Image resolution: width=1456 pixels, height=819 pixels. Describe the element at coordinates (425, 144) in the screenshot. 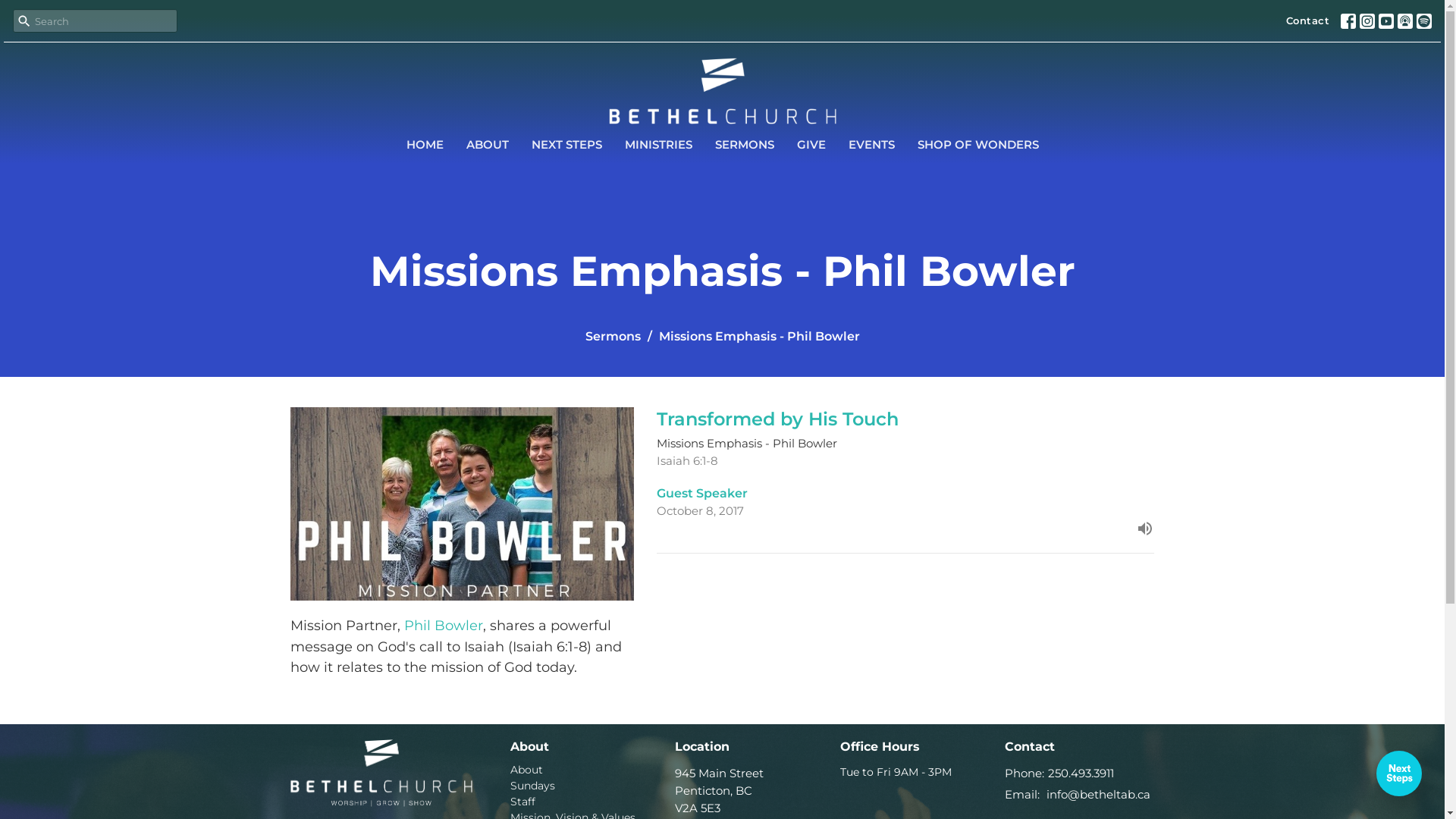

I see `'HOME'` at that location.